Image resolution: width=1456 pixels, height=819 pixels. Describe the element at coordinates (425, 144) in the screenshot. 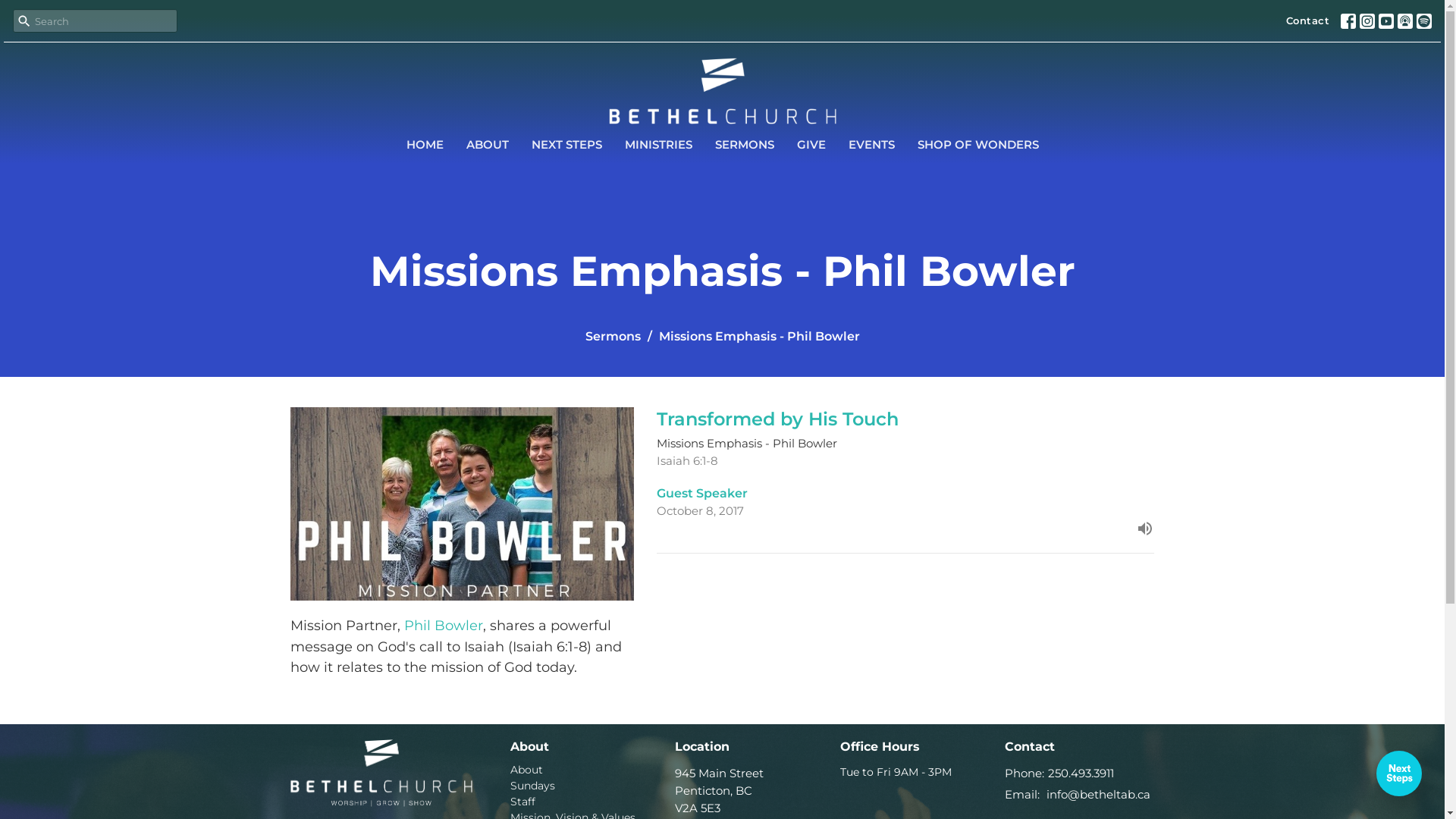

I see `'HOME'` at that location.